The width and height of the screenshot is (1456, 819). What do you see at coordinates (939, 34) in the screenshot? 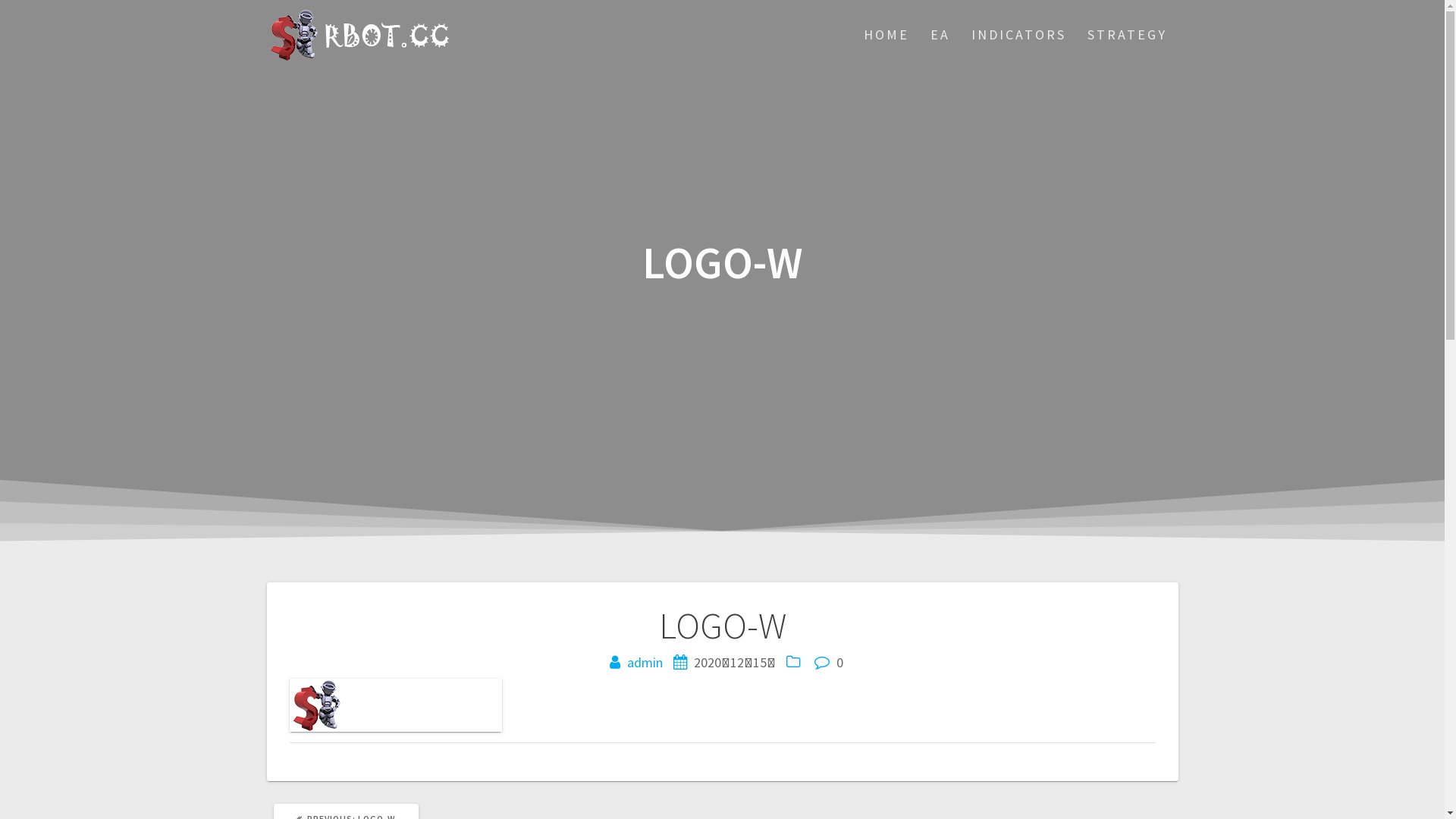
I see `'EA'` at bounding box center [939, 34].